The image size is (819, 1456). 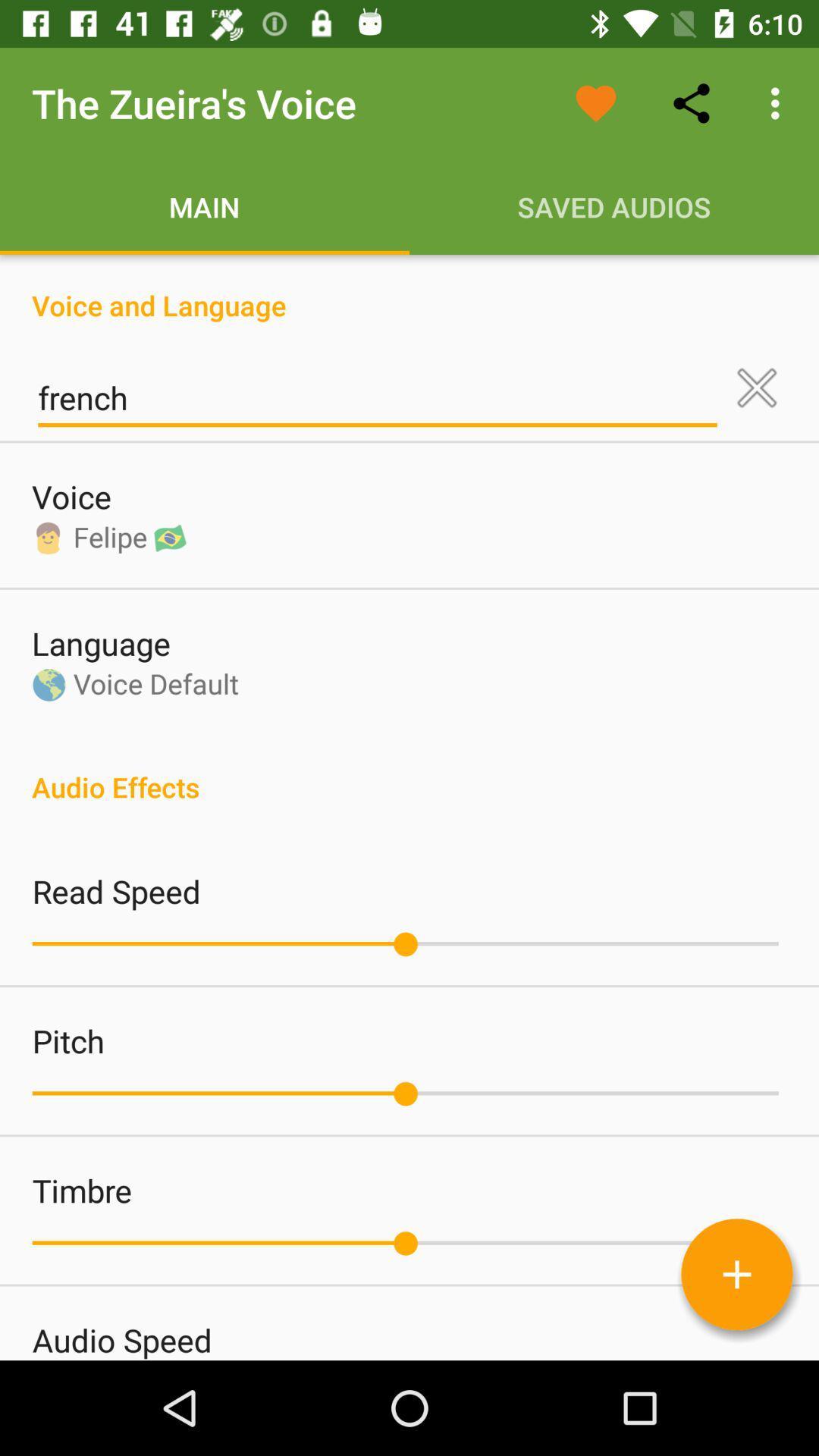 I want to click on the icon to the right of the zueira s icon, so click(x=595, y=102).